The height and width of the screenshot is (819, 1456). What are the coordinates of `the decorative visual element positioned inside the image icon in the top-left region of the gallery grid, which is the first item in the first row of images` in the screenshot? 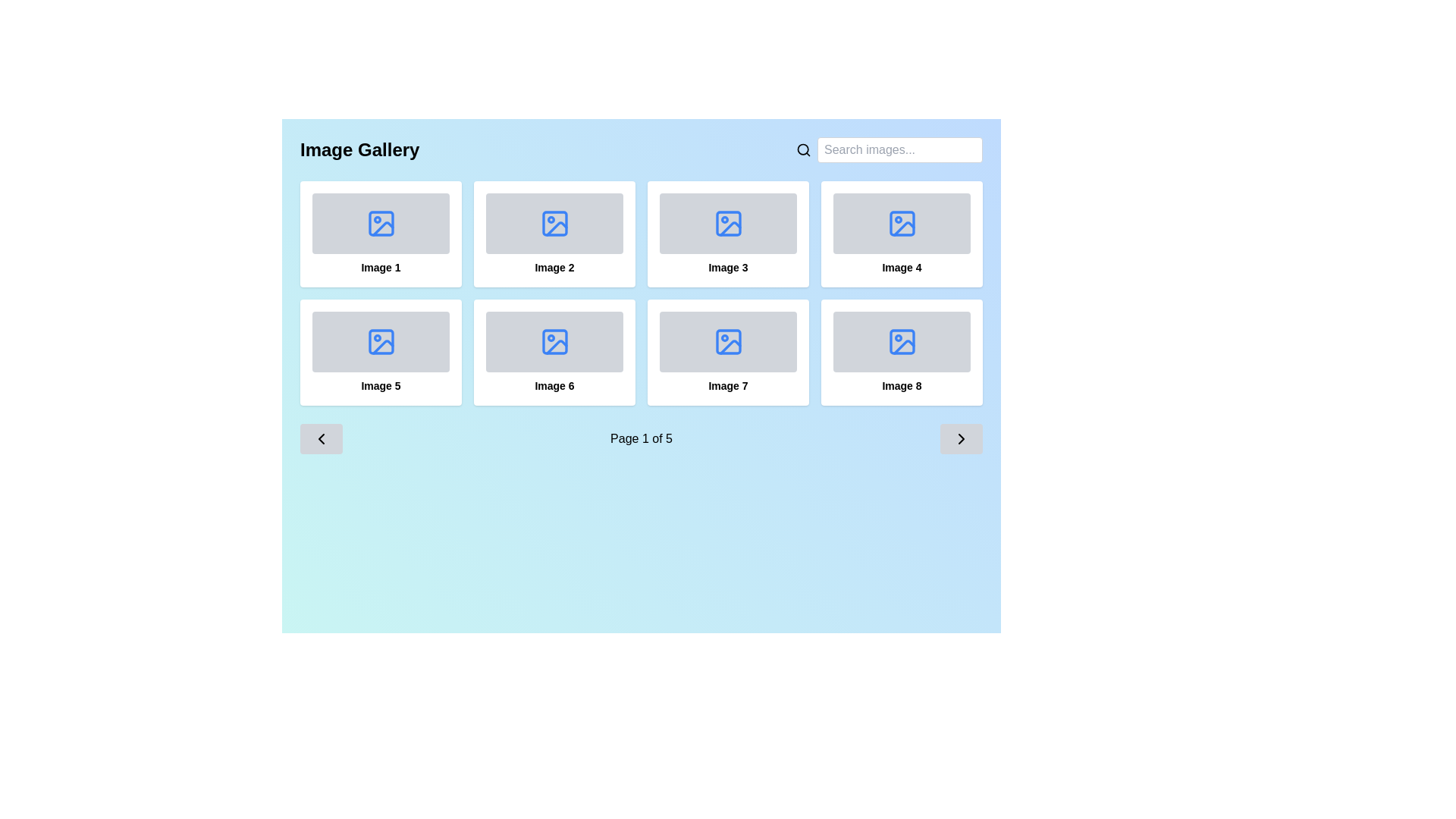 It's located at (381, 223).